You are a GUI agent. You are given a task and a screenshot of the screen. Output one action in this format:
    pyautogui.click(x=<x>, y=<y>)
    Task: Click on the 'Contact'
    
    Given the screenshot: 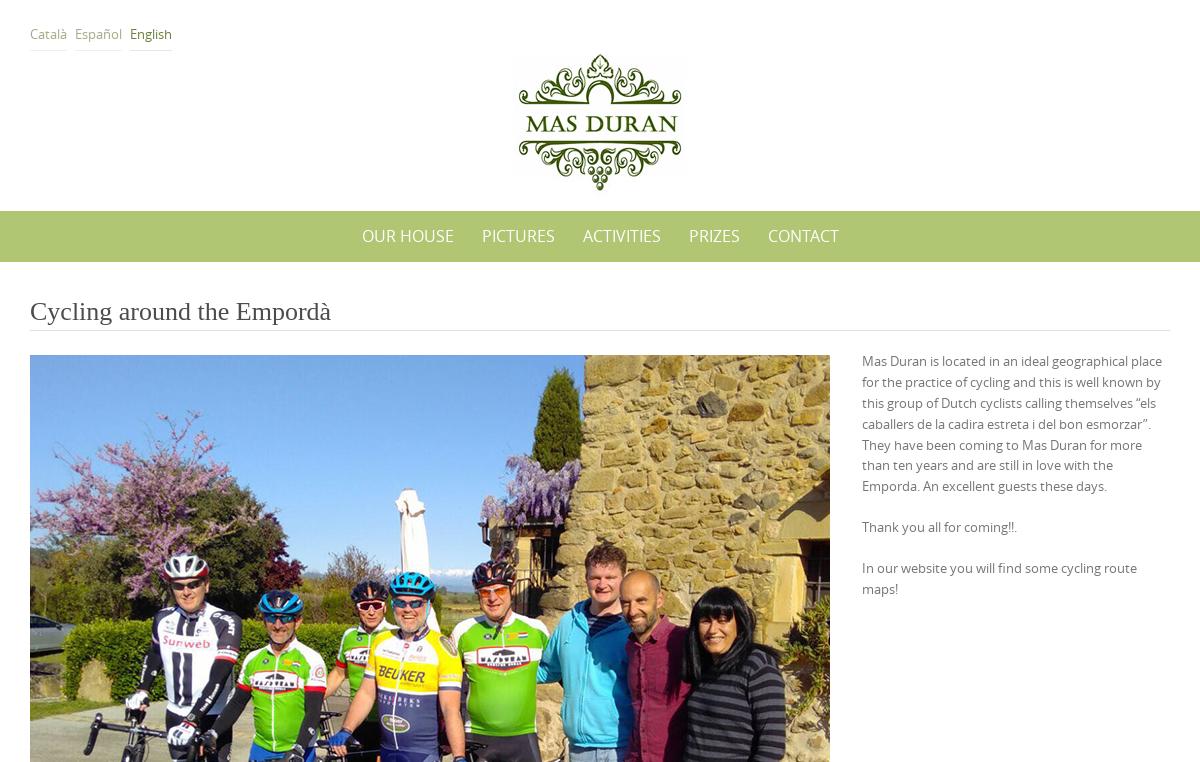 What is the action you would take?
    pyautogui.click(x=801, y=235)
    